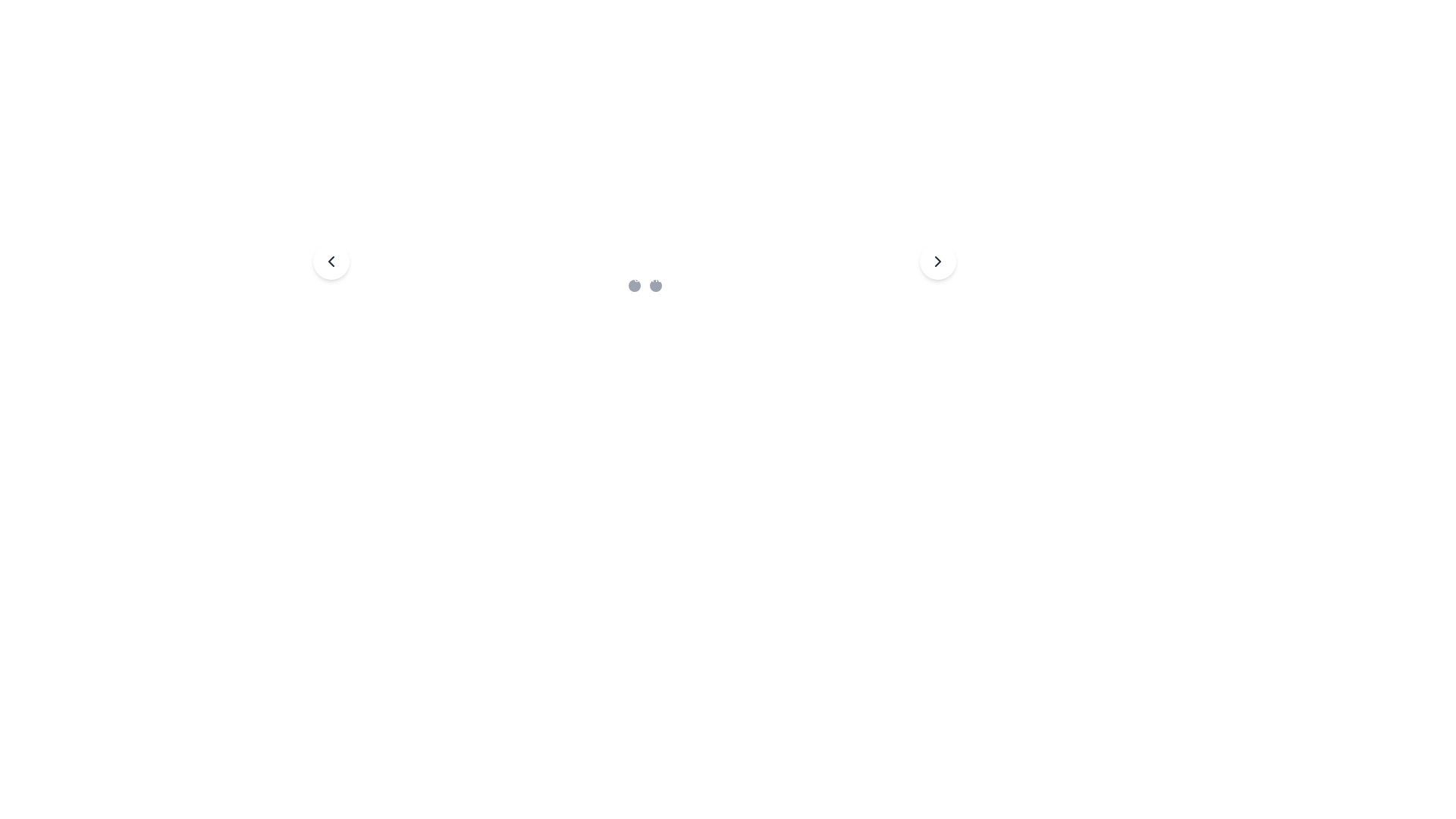 Image resolution: width=1456 pixels, height=819 pixels. Describe the element at coordinates (937, 260) in the screenshot. I see `the chevron icon, which is a right-arrow graphical vector used for navigation` at that location.